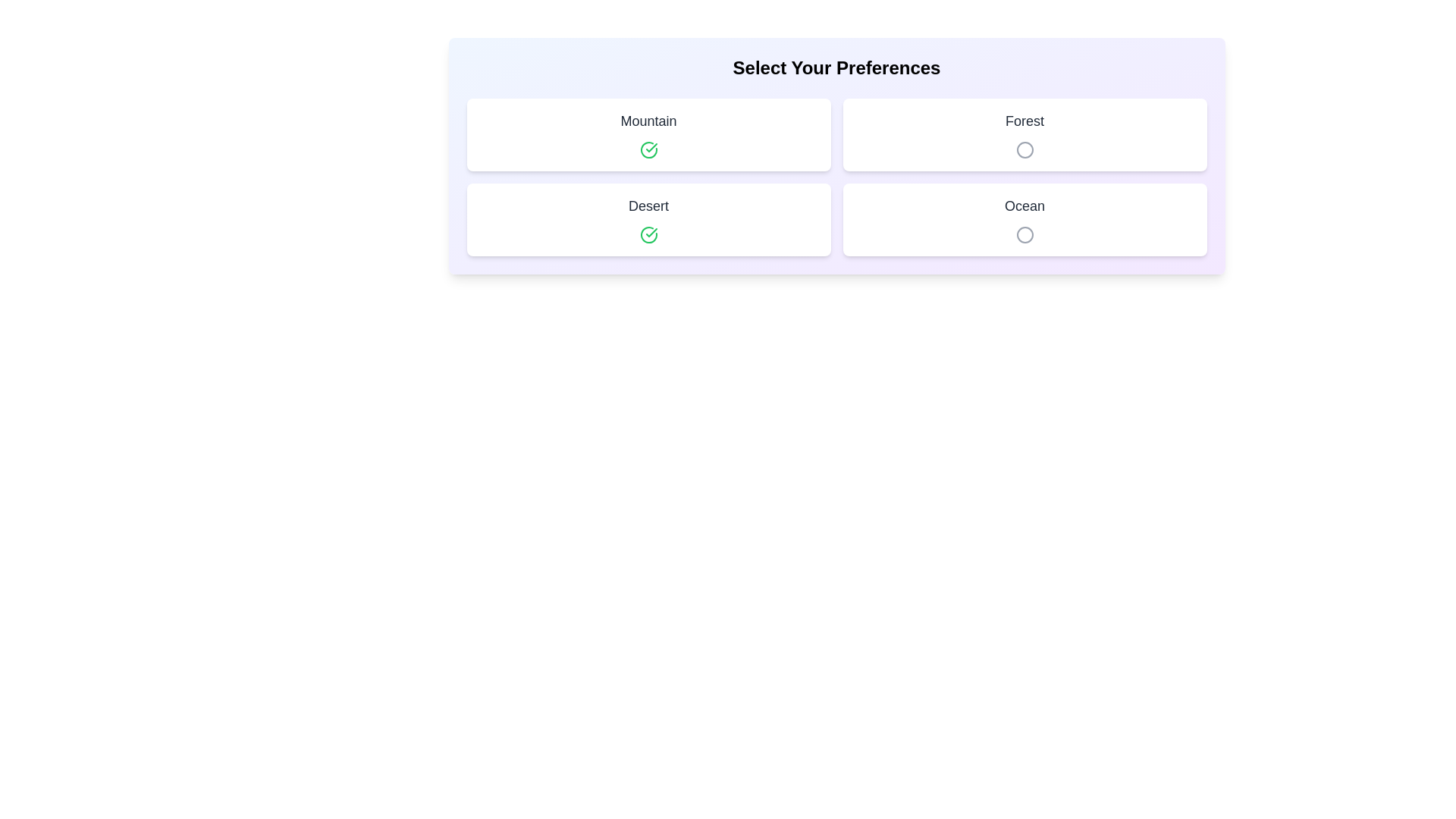 This screenshot has width=1456, height=819. Describe the element at coordinates (648, 219) in the screenshot. I see `the item labeled Desert to observe its hover effect` at that location.